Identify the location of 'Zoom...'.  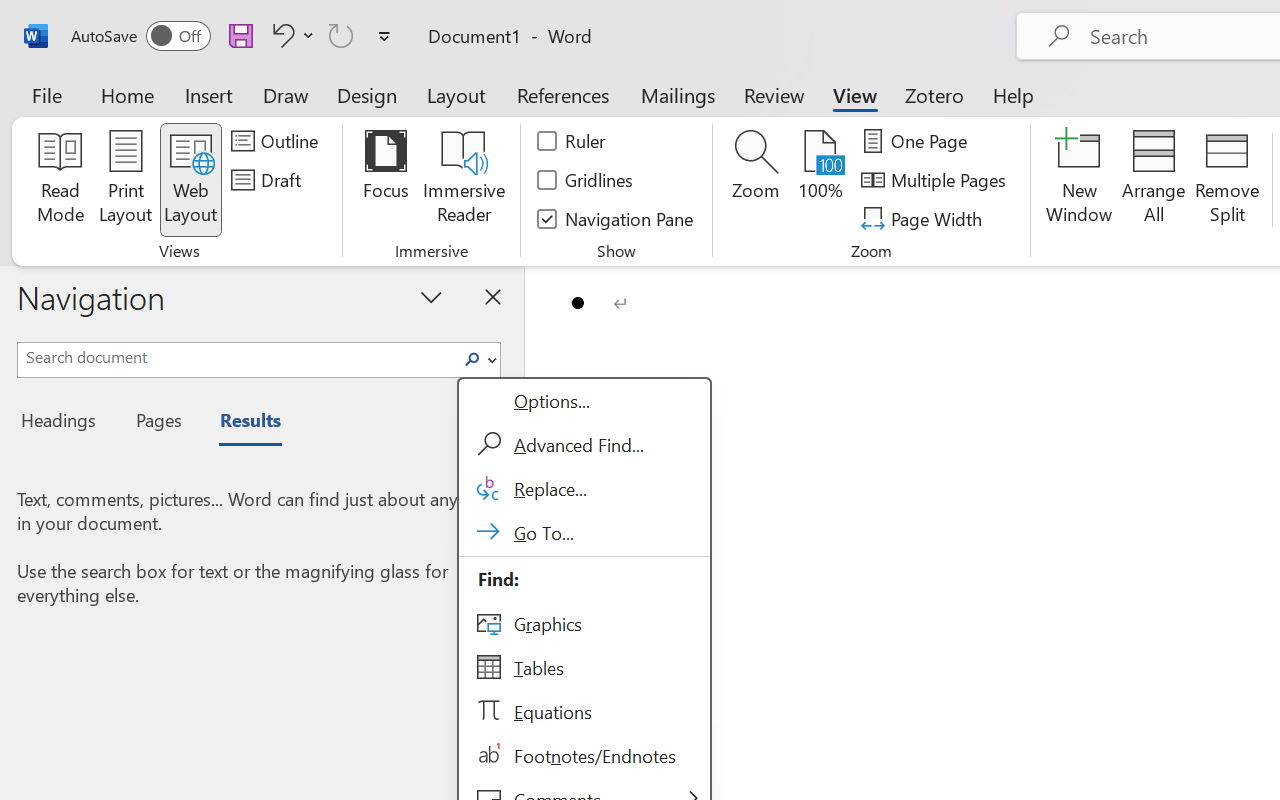
(754, 179).